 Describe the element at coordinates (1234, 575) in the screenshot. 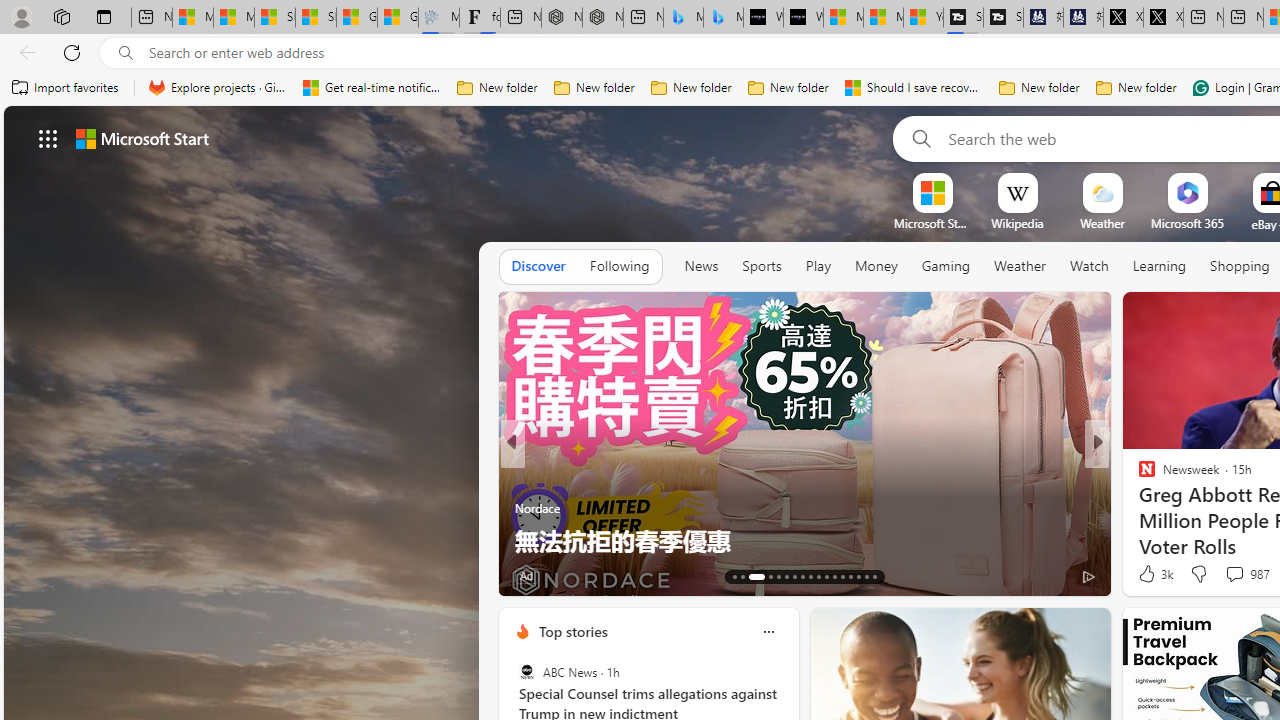

I see `'View comments 22 Comment'` at that location.